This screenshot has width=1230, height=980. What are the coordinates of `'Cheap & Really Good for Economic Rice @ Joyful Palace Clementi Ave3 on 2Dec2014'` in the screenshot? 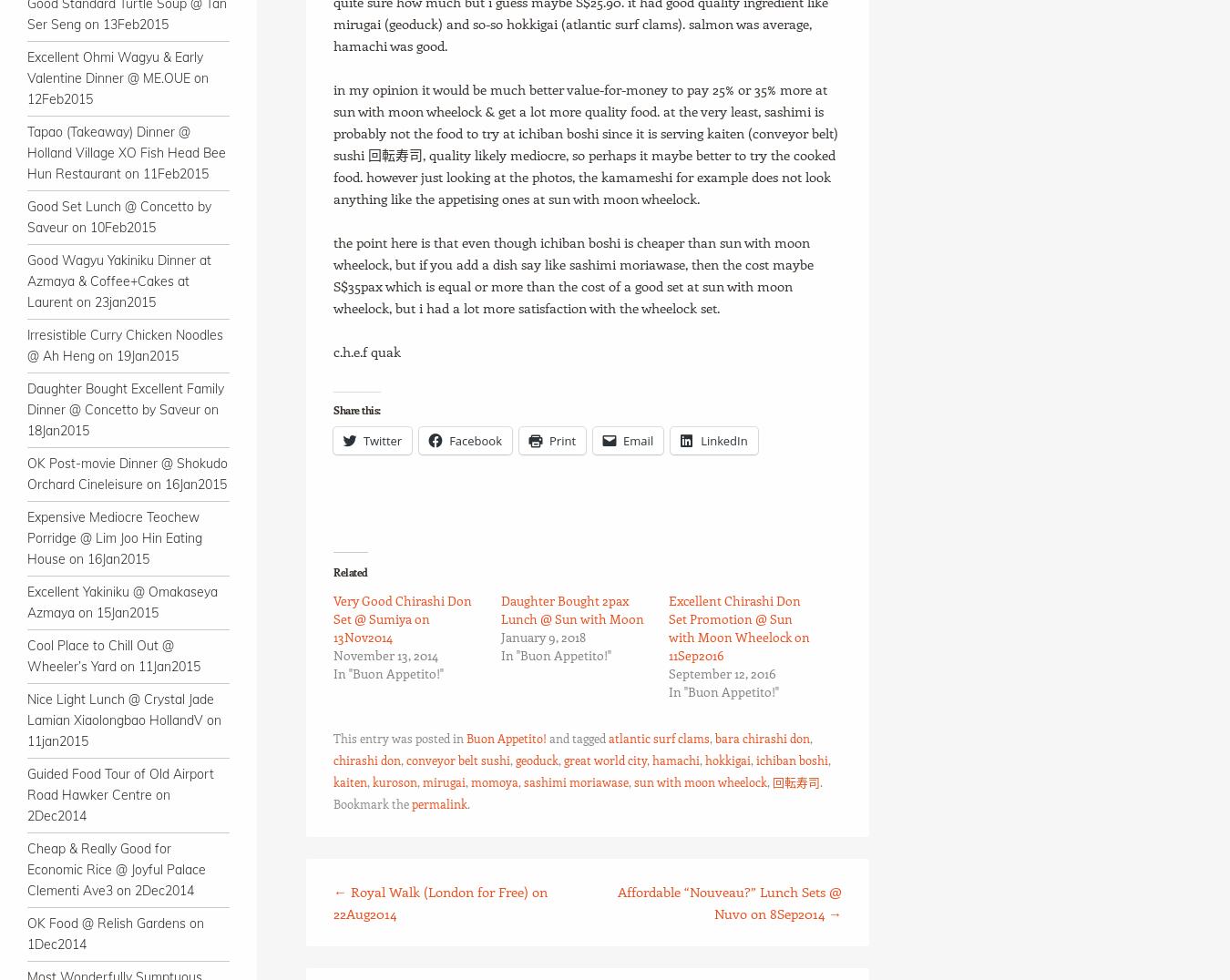 It's located at (116, 869).